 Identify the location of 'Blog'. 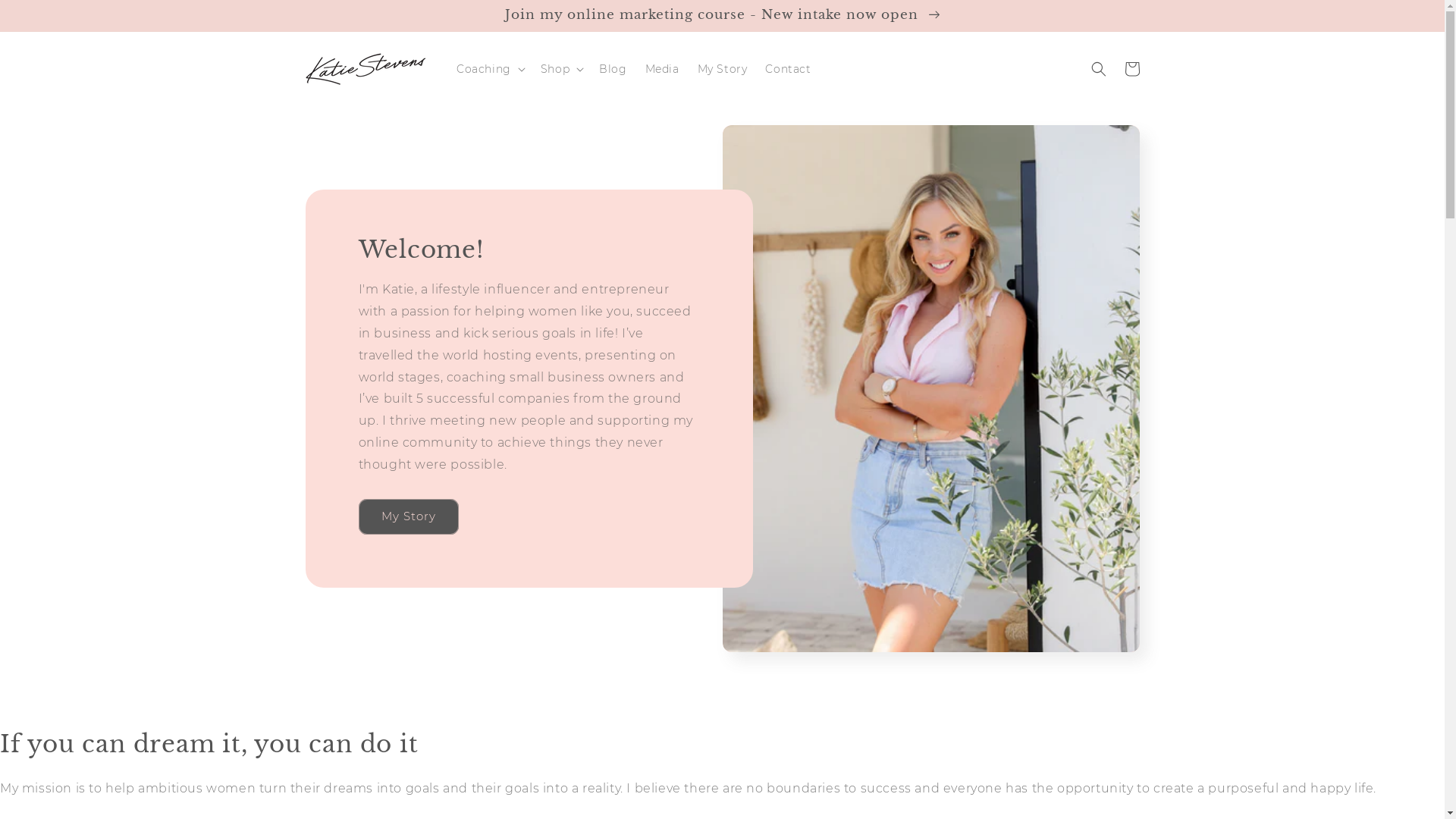
(612, 69).